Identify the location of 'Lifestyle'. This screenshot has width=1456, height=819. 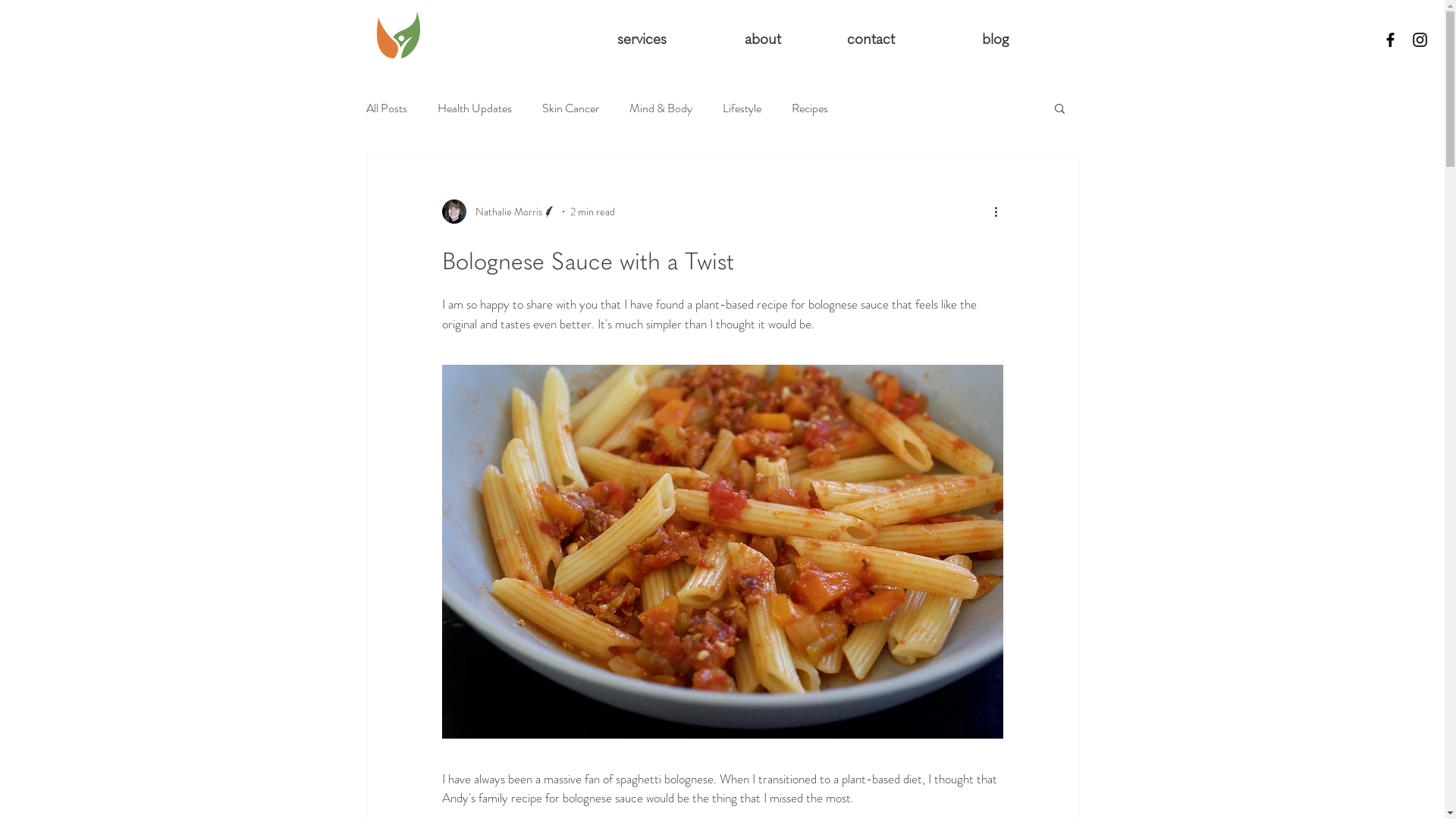
(741, 106).